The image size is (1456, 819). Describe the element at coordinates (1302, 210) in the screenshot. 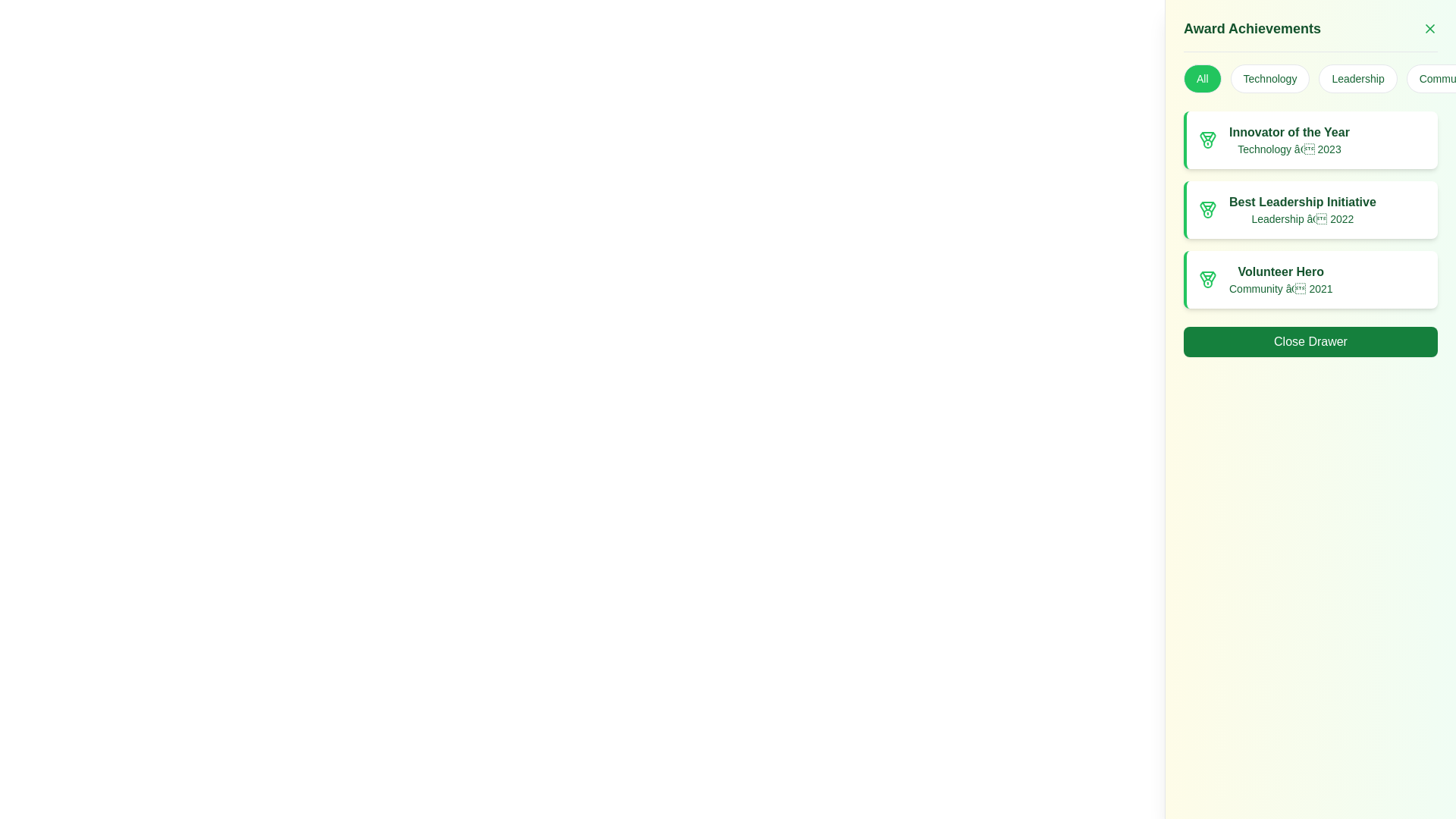

I see `the 'Best Leadership Initiative' text label, which is a bold green label in the second card of the 'Award Achievements' panel` at that location.